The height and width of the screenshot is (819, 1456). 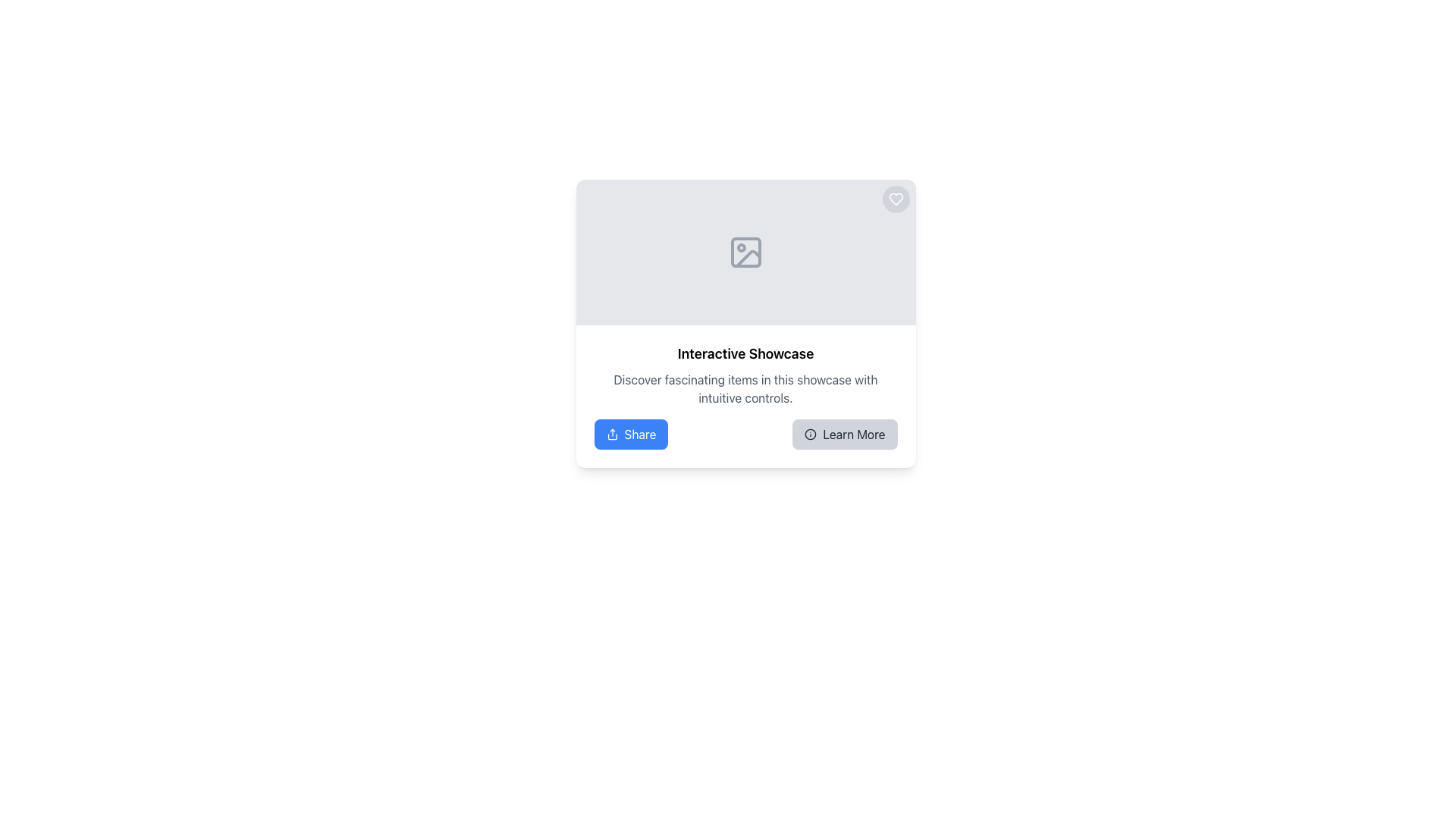 What do you see at coordinates (612, 435) in the screenshot?
I see `the share icon, which is represented by an upward arrow on a blue button labeled 'Share', located in the lower-left corner of the content card` at bounding box center [612, 435].